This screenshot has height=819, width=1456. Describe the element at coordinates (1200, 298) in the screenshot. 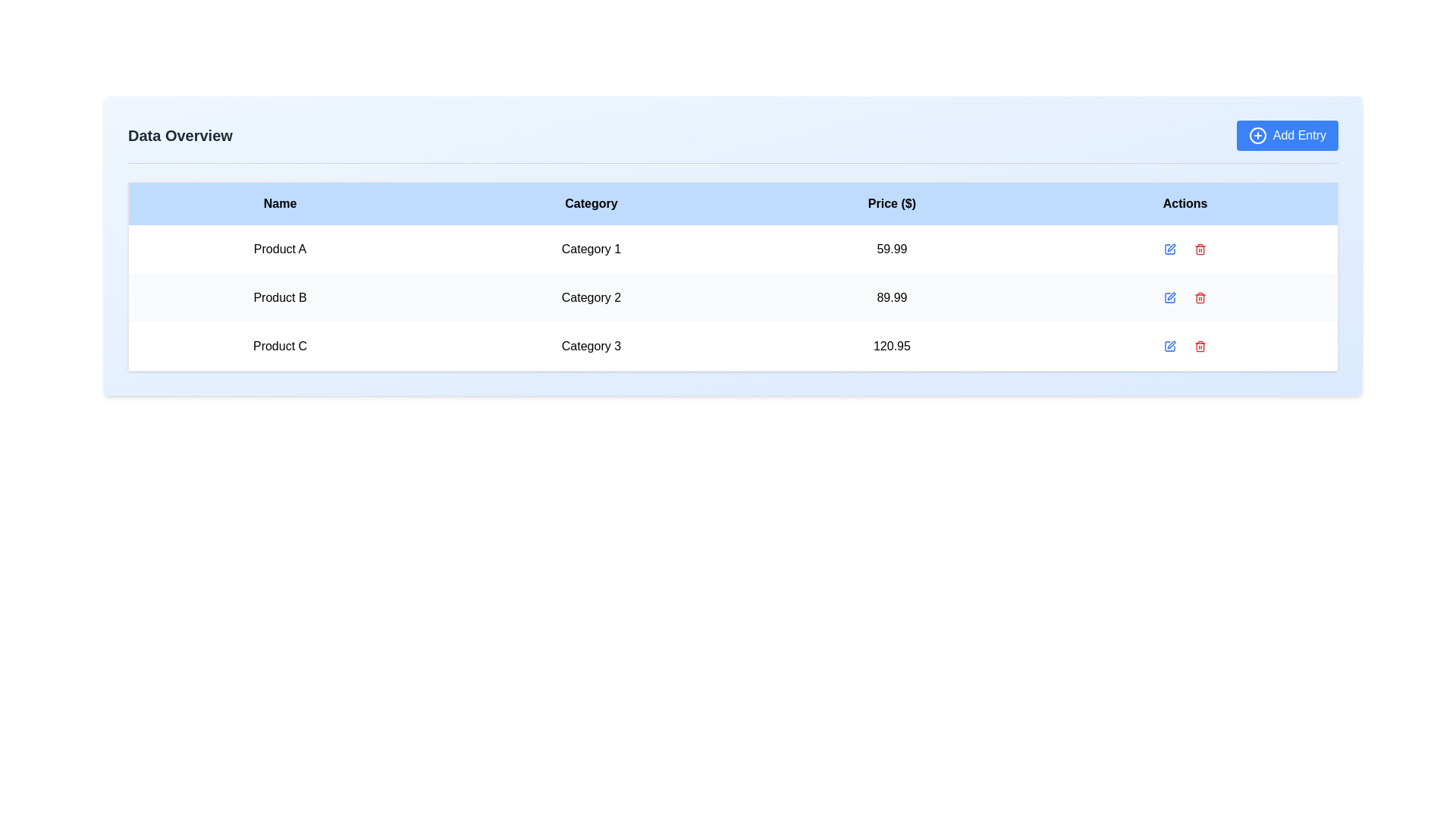

I see `the delete button, which is the second icon in the 'Actions' column of the second row of the visible product information table` at that location.